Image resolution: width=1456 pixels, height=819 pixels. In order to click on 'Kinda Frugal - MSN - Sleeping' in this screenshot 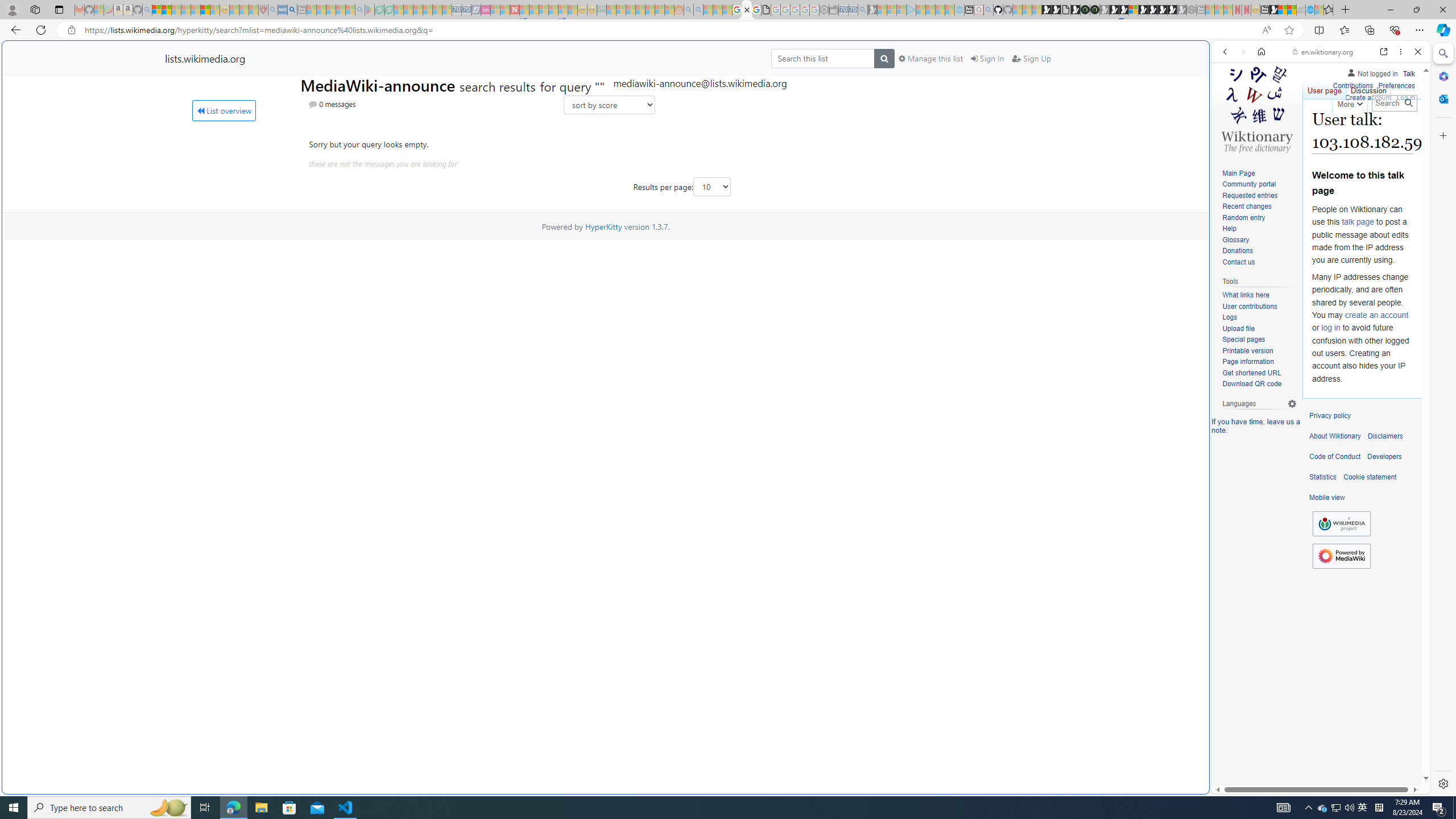, I will do `click(650, 9)`.